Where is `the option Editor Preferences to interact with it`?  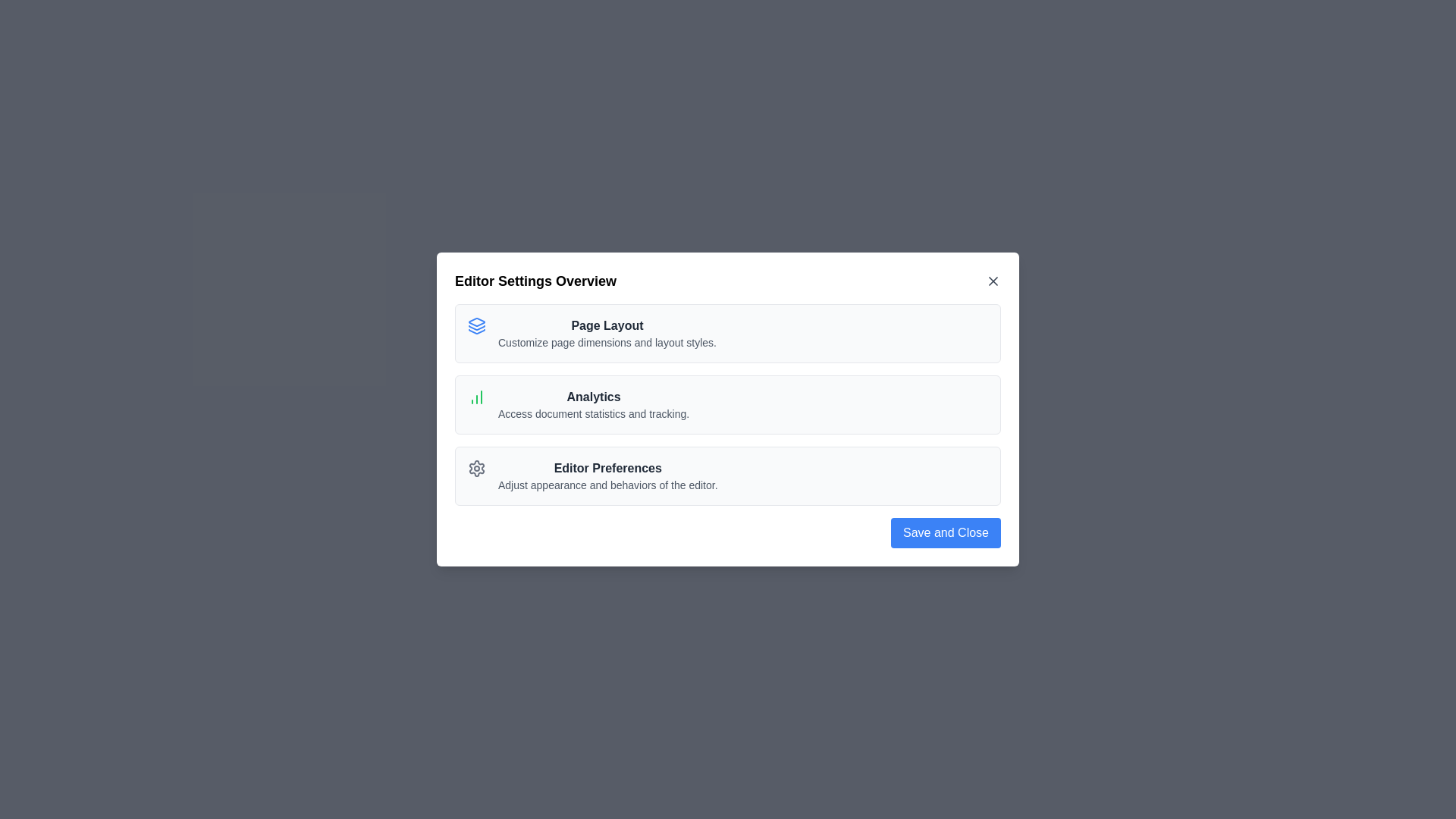
the option Editor Preferences to interact with it is located at coordinates (607, 475).